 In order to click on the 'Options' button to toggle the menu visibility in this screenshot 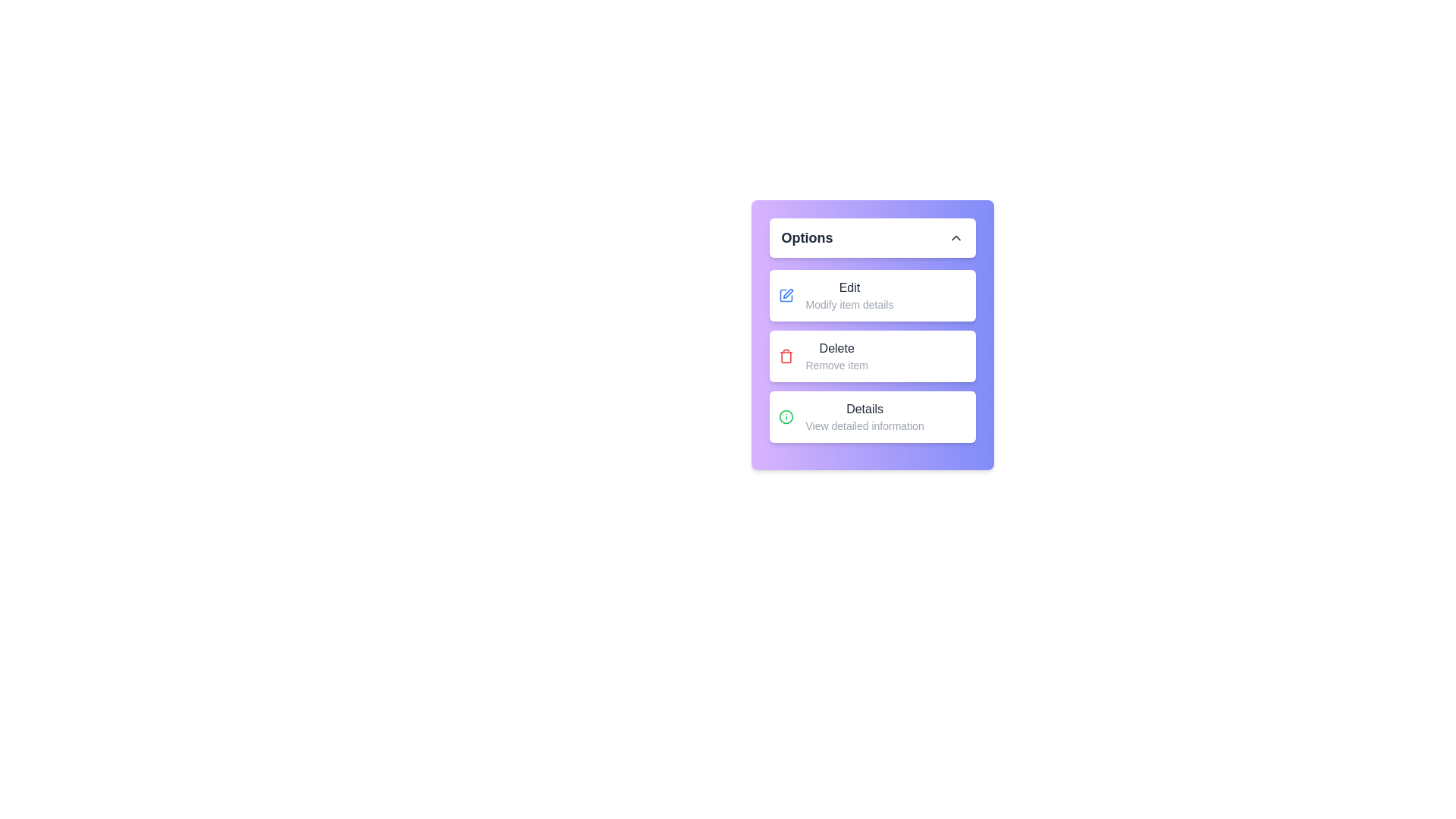, I will do `click(872, 237)`.